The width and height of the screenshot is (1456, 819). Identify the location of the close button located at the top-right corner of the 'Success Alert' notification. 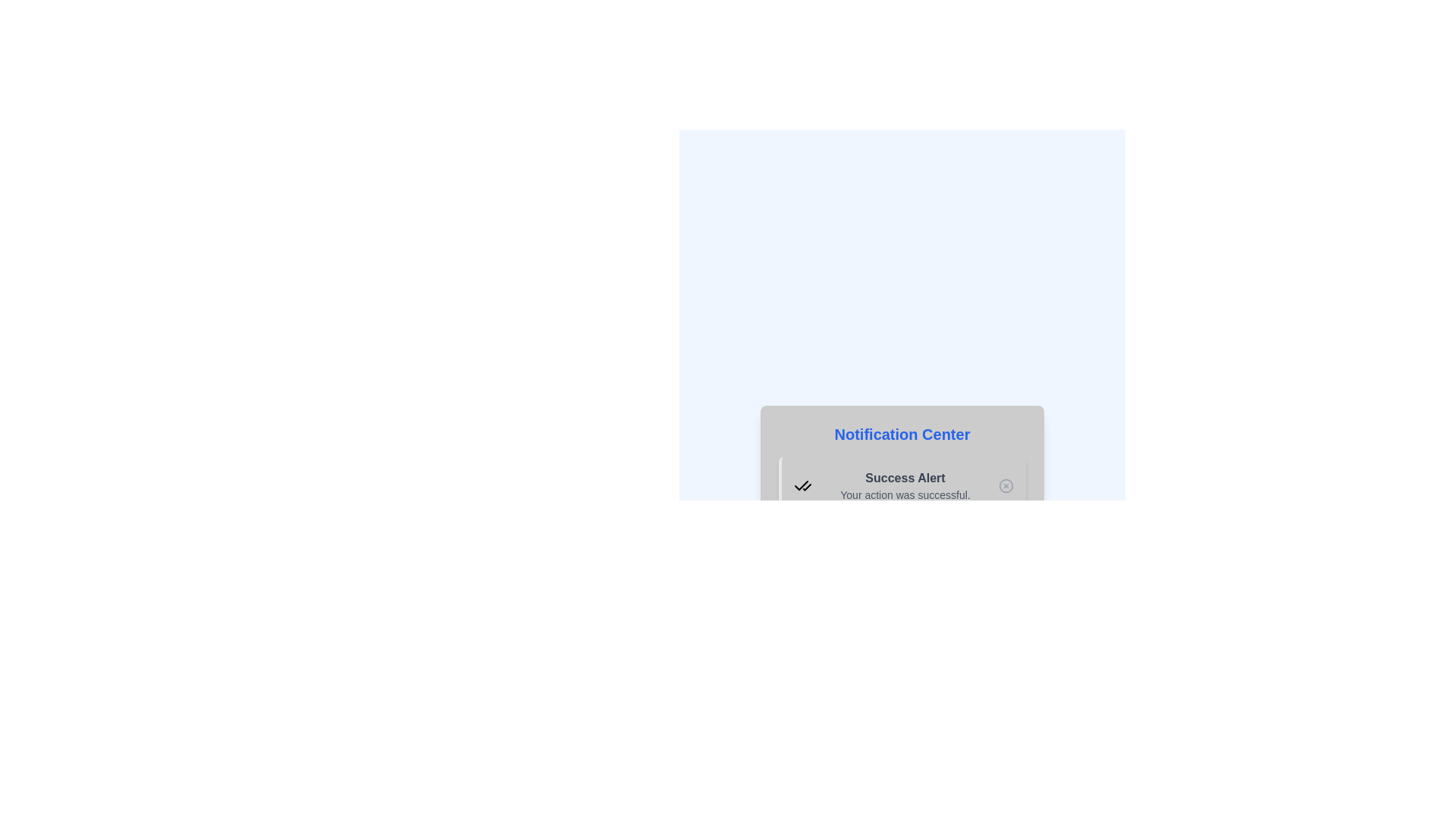
(1006, 485).